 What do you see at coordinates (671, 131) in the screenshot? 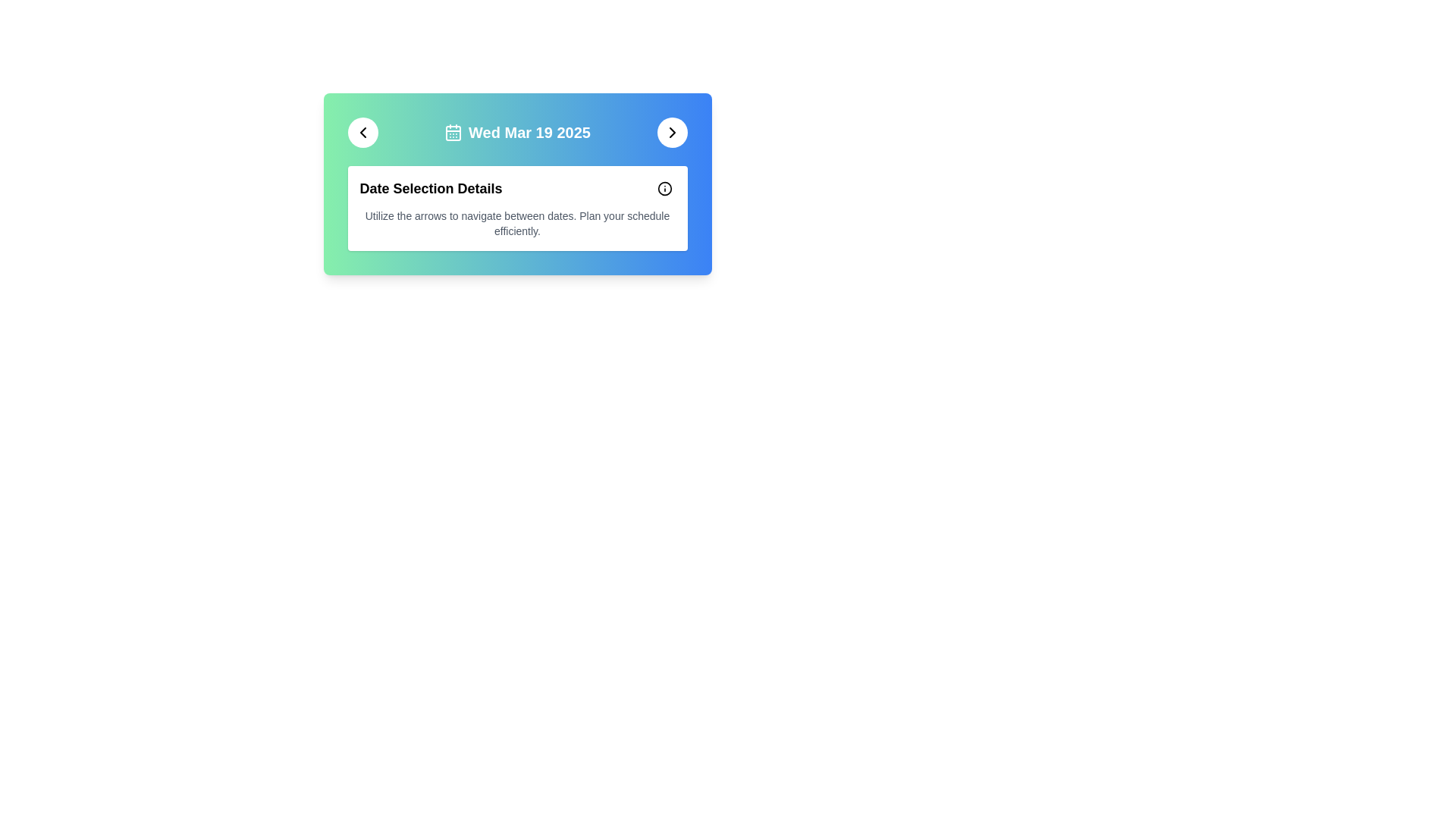
I see `the right-pointing chevron icon located inside a circular button on the right side of the colored header bar` at bounding box center [671, 131].